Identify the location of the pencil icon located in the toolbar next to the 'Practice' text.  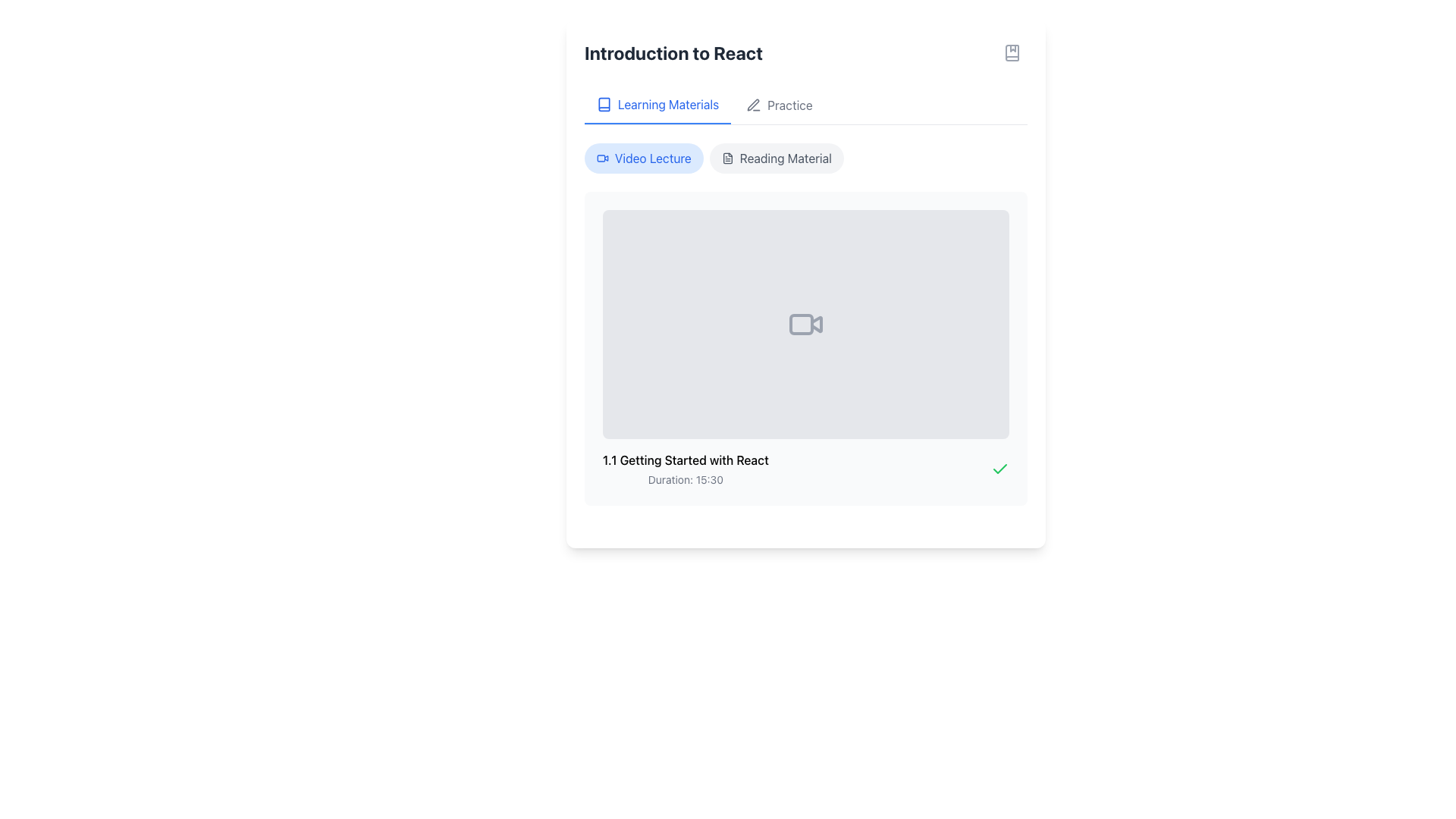
(754, 104).